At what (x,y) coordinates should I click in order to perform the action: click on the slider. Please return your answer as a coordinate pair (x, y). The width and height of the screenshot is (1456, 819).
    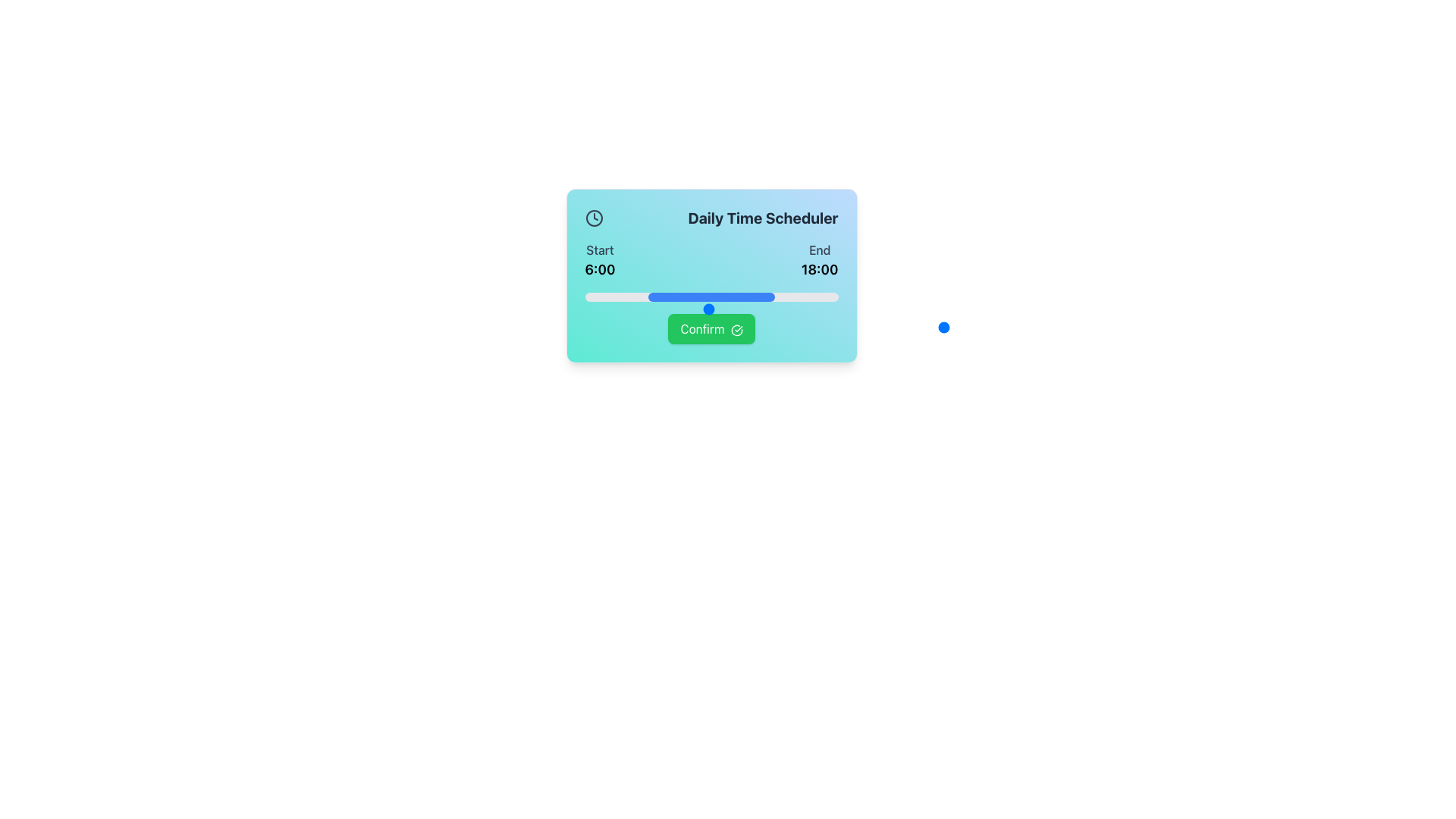
    Looking at the image, I should click on (589, 297).